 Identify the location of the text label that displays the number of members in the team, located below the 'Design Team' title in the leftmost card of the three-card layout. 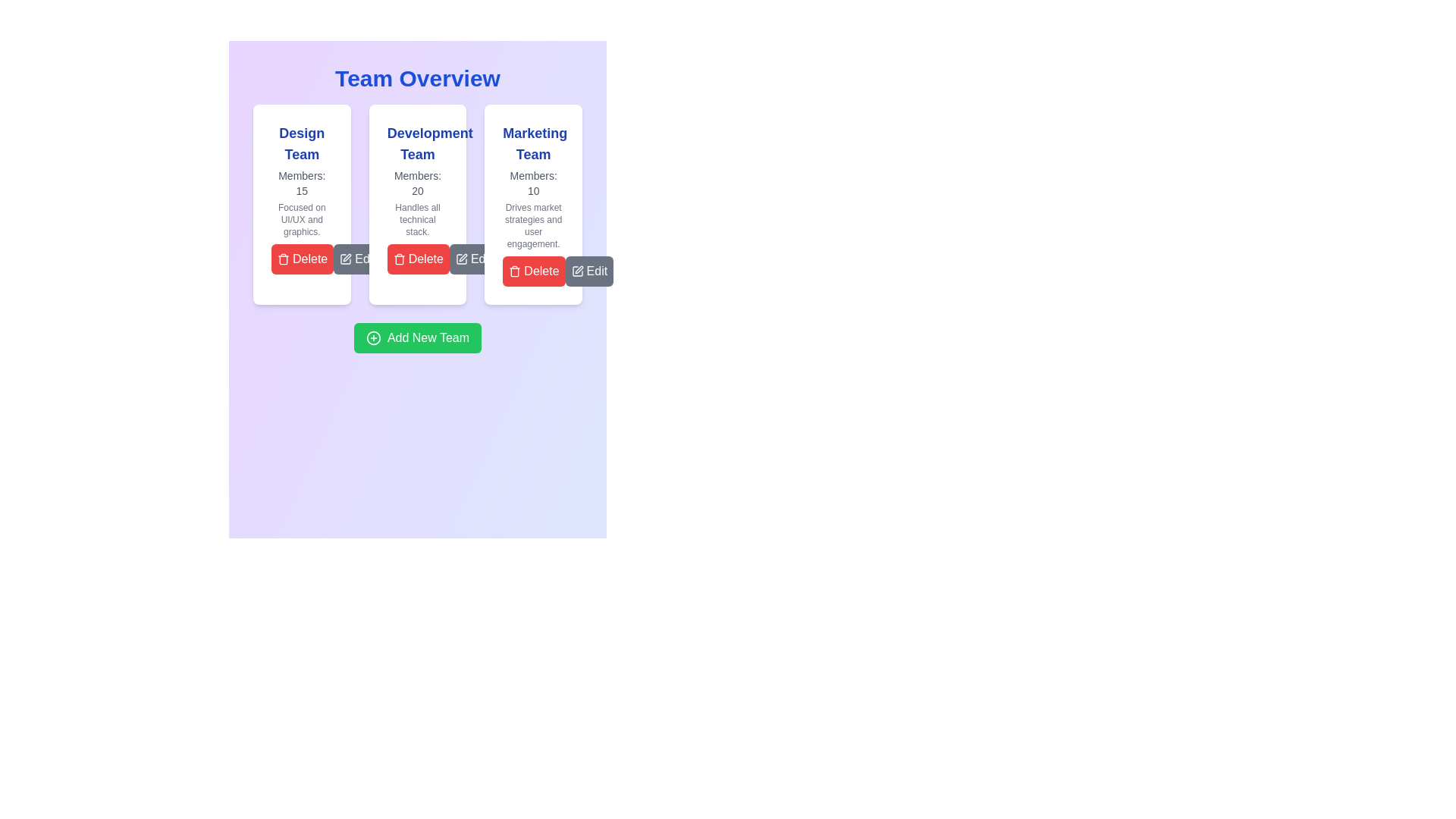
(302, 183).